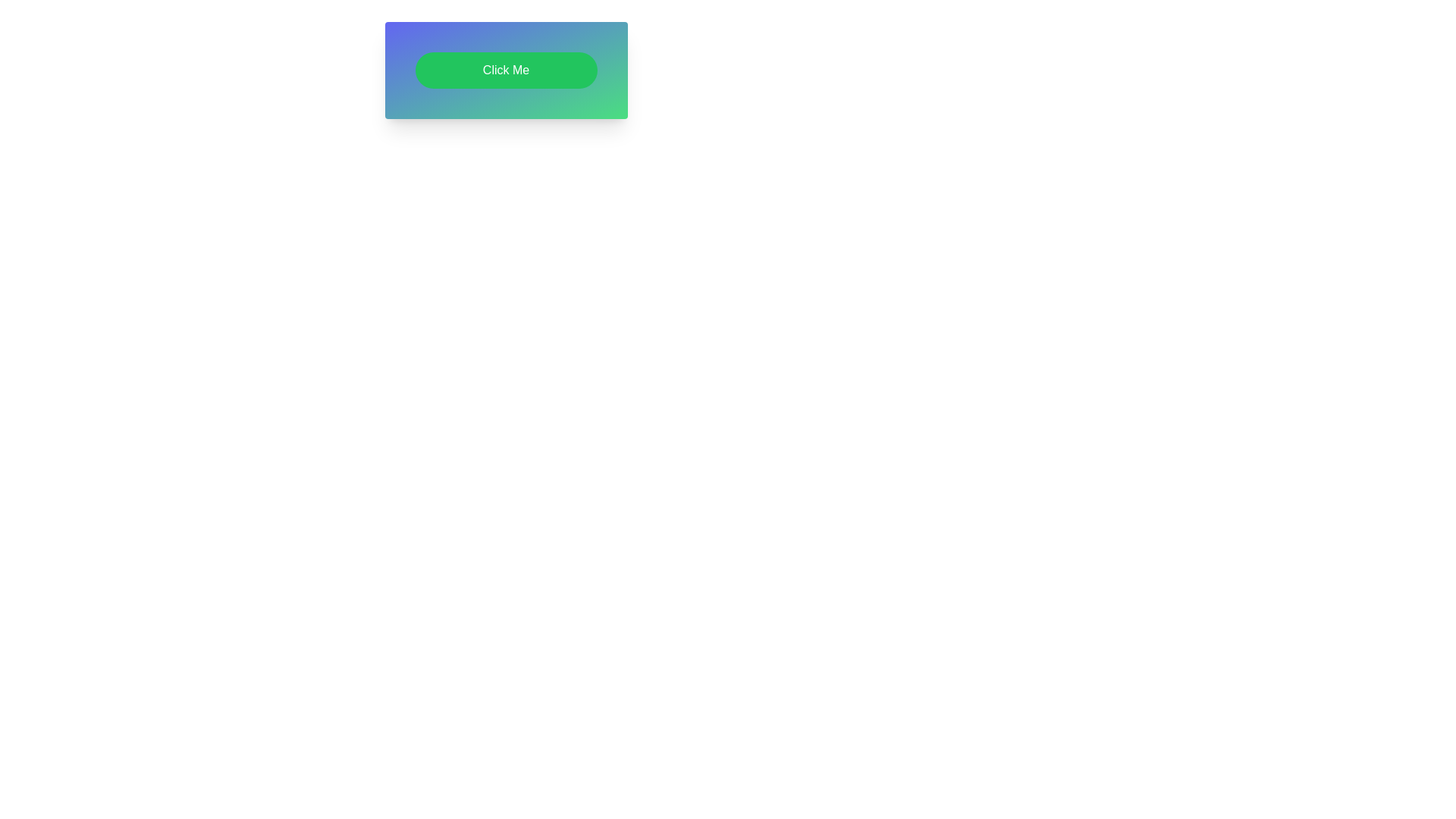 This screenshot has height=819, width=1456. Describe the element at coordinates (506, 70) in the screenshot. I see `the button labeled 'Click Me' with a green background gradient` at that location.